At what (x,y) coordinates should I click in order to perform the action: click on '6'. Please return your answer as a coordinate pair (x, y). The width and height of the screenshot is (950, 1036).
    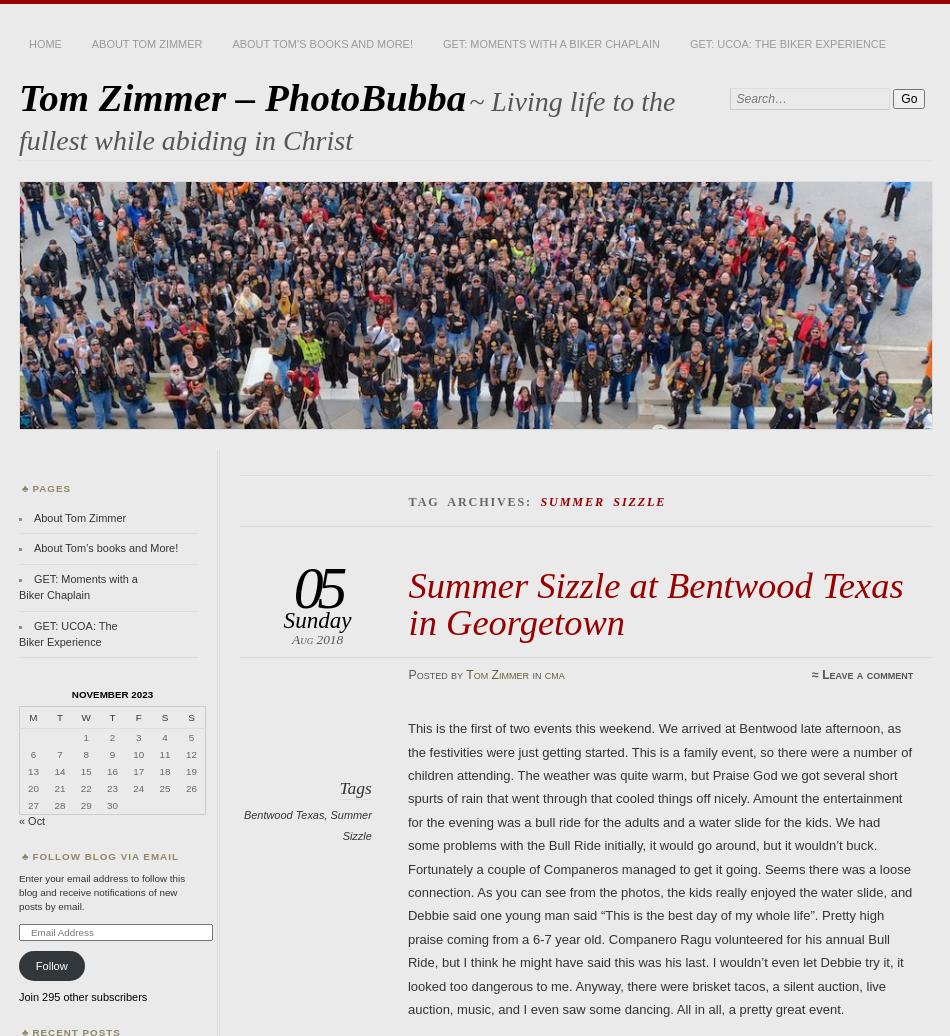
    Looking at the image, I should click on (32, 754).